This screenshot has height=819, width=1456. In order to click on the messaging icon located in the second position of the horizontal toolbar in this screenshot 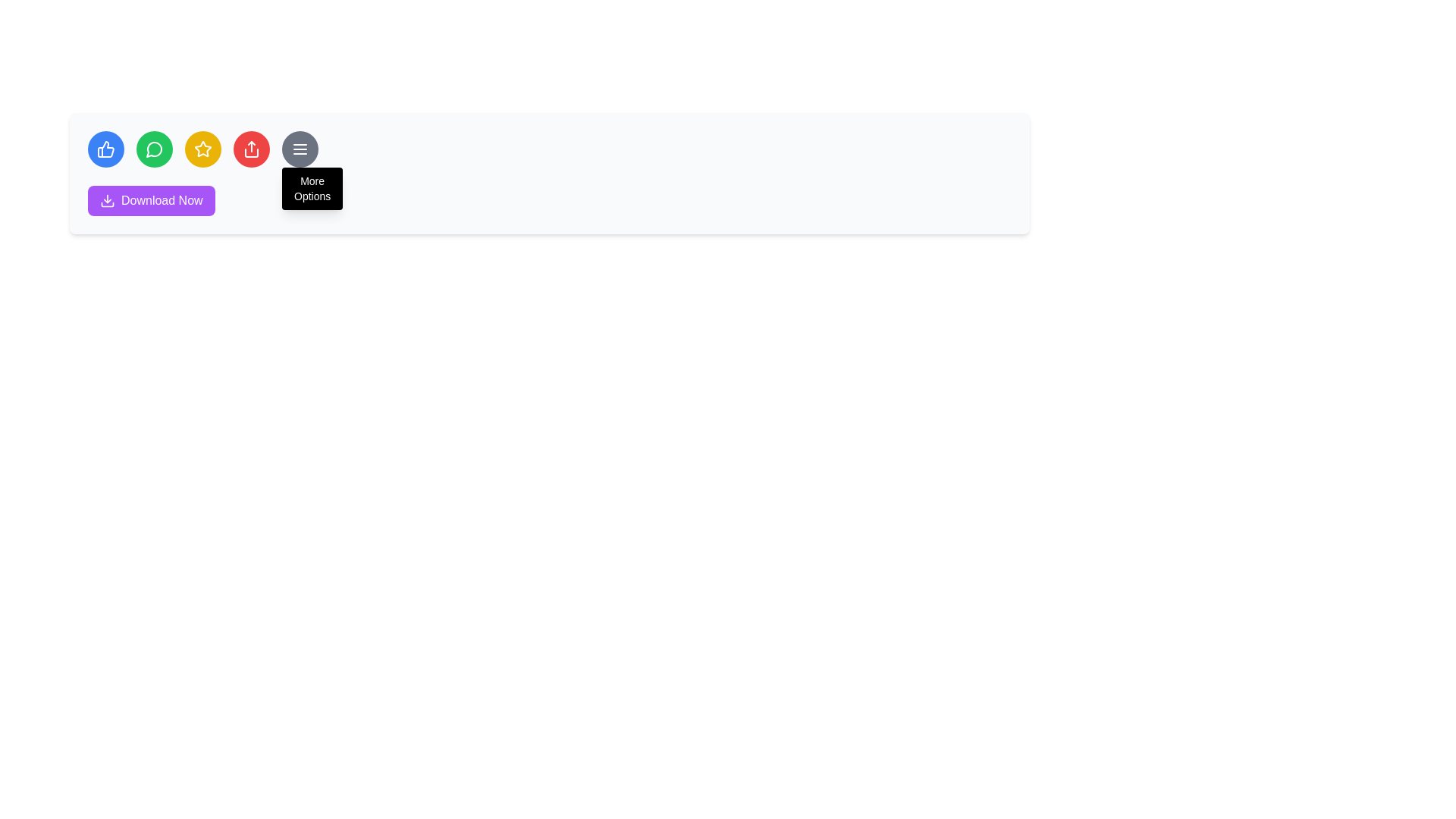, I will do `click(154, 149)`.